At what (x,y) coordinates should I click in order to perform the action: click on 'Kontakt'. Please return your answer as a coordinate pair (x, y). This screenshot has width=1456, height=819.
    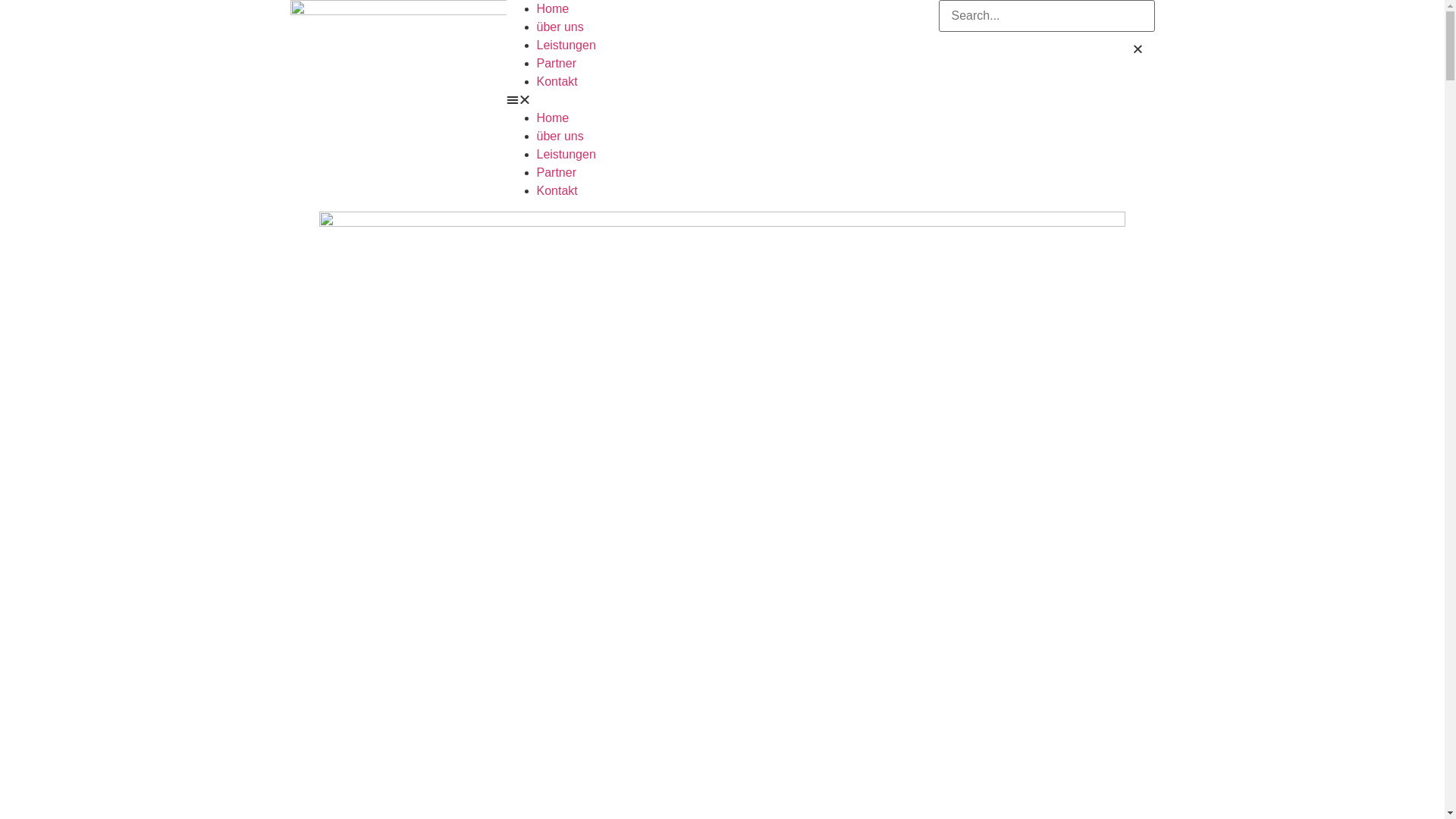
    Looking at the image, I should click on (556, 190).